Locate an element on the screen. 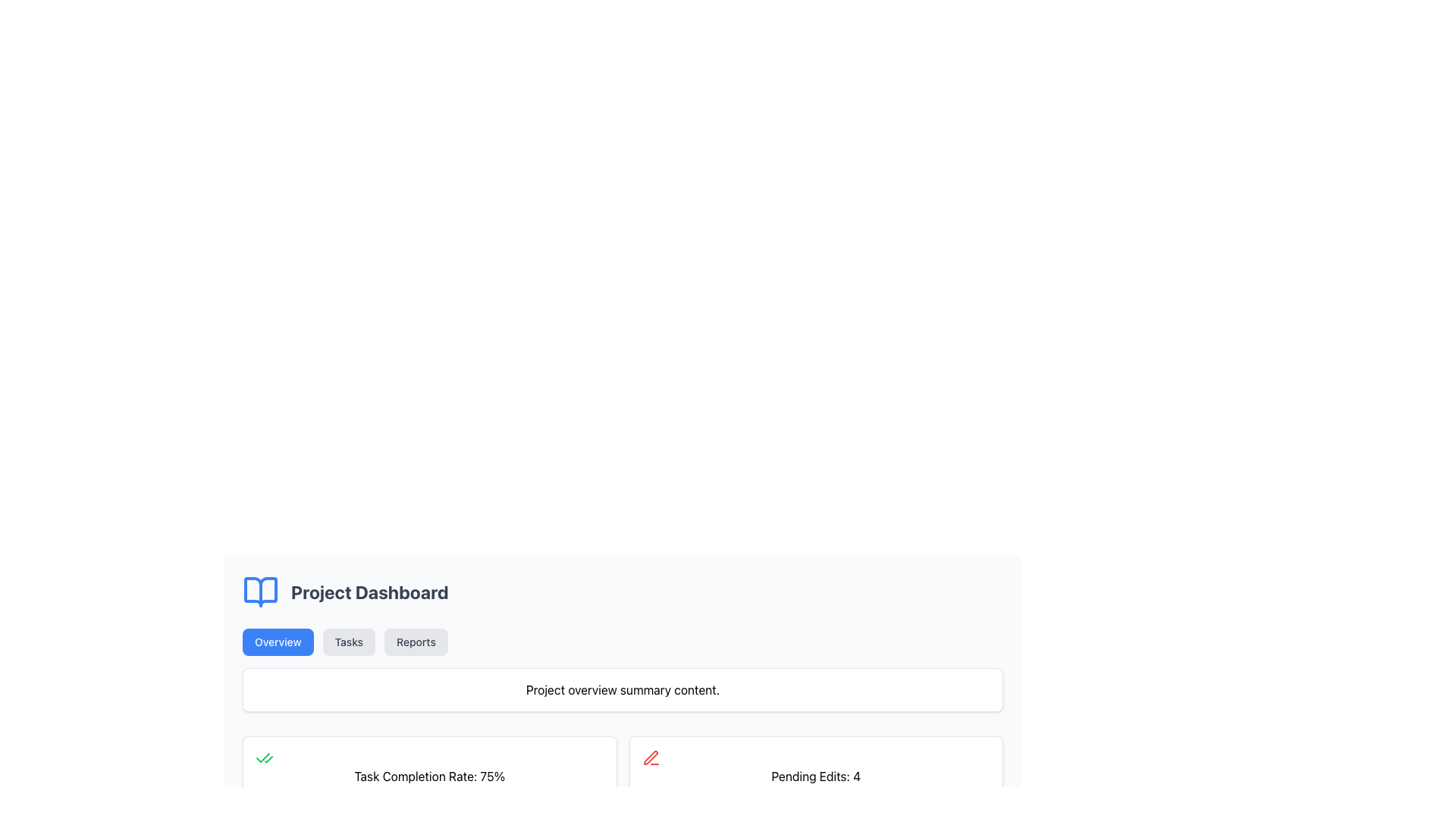 This screenshot has height=819, width=1456. the rounded rectangular blue button labeled 'Overview' is located at coordinates (278, 642).